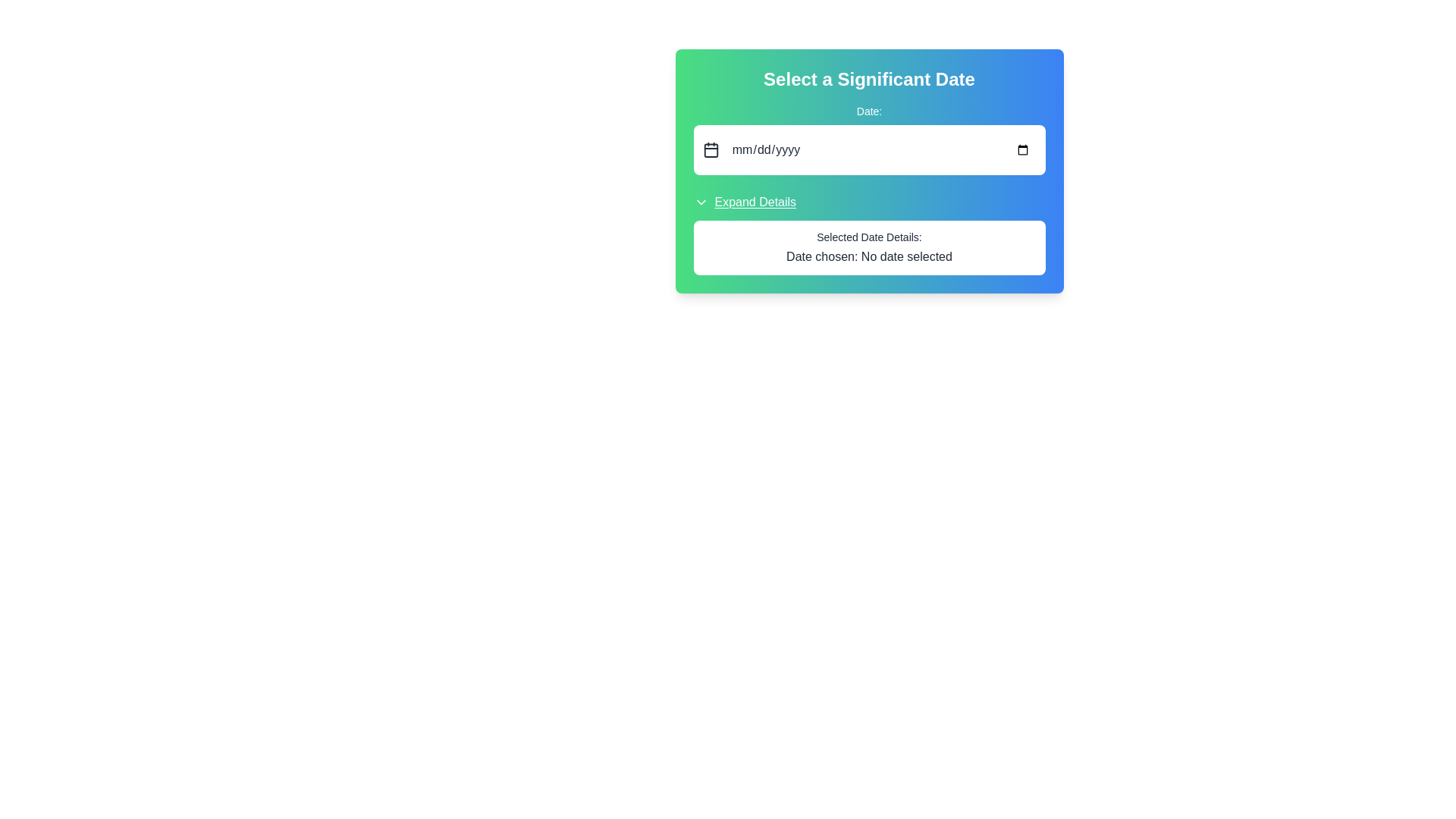 This screenshot has height=819, width=1456. Describe the element at coordinates (880, 149) in the screenshot. I see `the rectangular date input field with placeholder 'mm/dd/yyyy' to receive potential visual feedback` at that location.